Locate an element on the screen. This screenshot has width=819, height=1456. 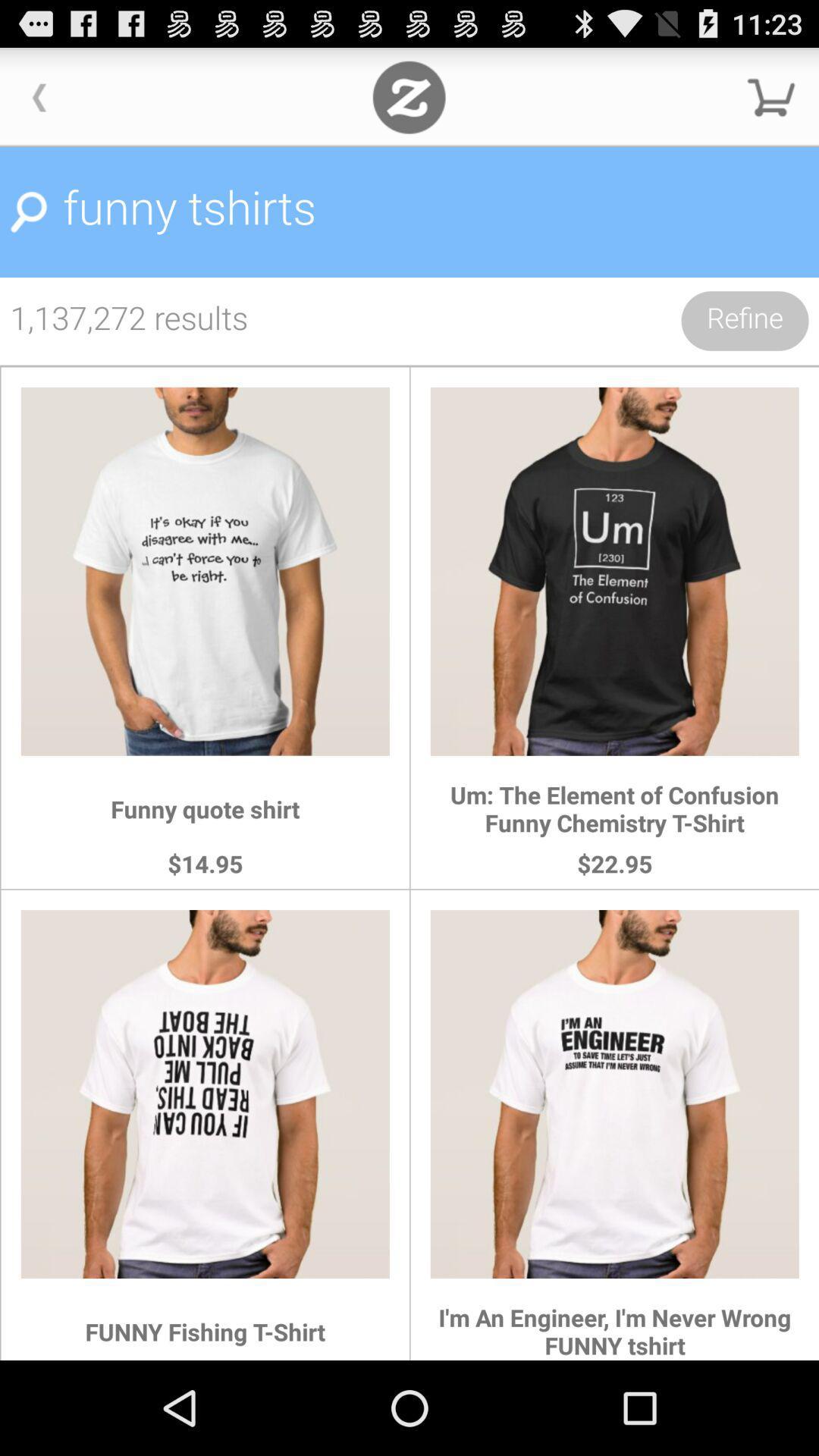
a place to view shopping cart is located at coordinates (771, 96).